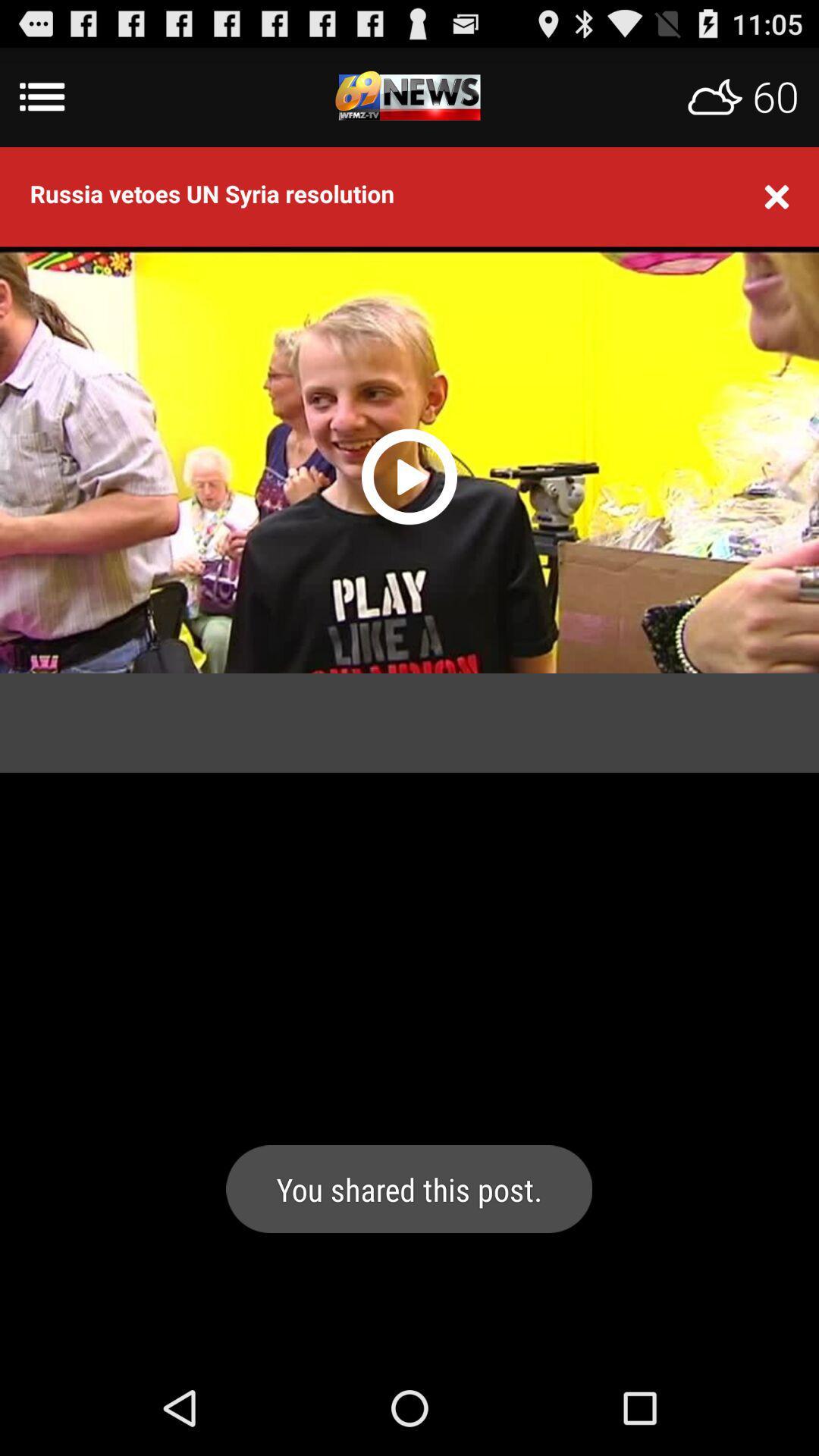 The height and width of the screenshot is (1456, 819). I want to click on click discription, so click(409, 96).